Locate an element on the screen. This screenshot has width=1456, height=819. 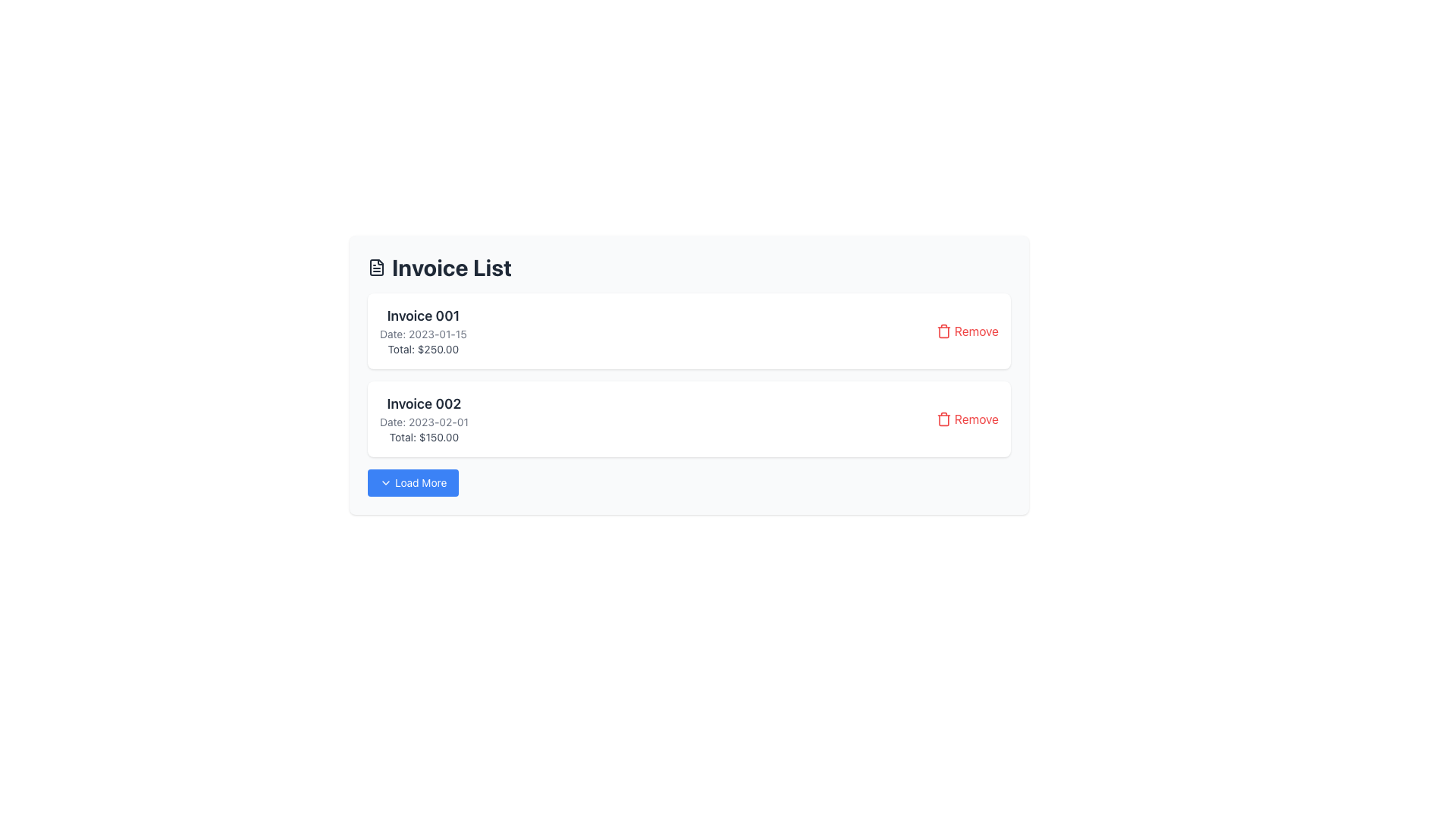
the remove icon located to the left of the 'Remove' text for the first invoice entry is located at coordinates (943, 330).